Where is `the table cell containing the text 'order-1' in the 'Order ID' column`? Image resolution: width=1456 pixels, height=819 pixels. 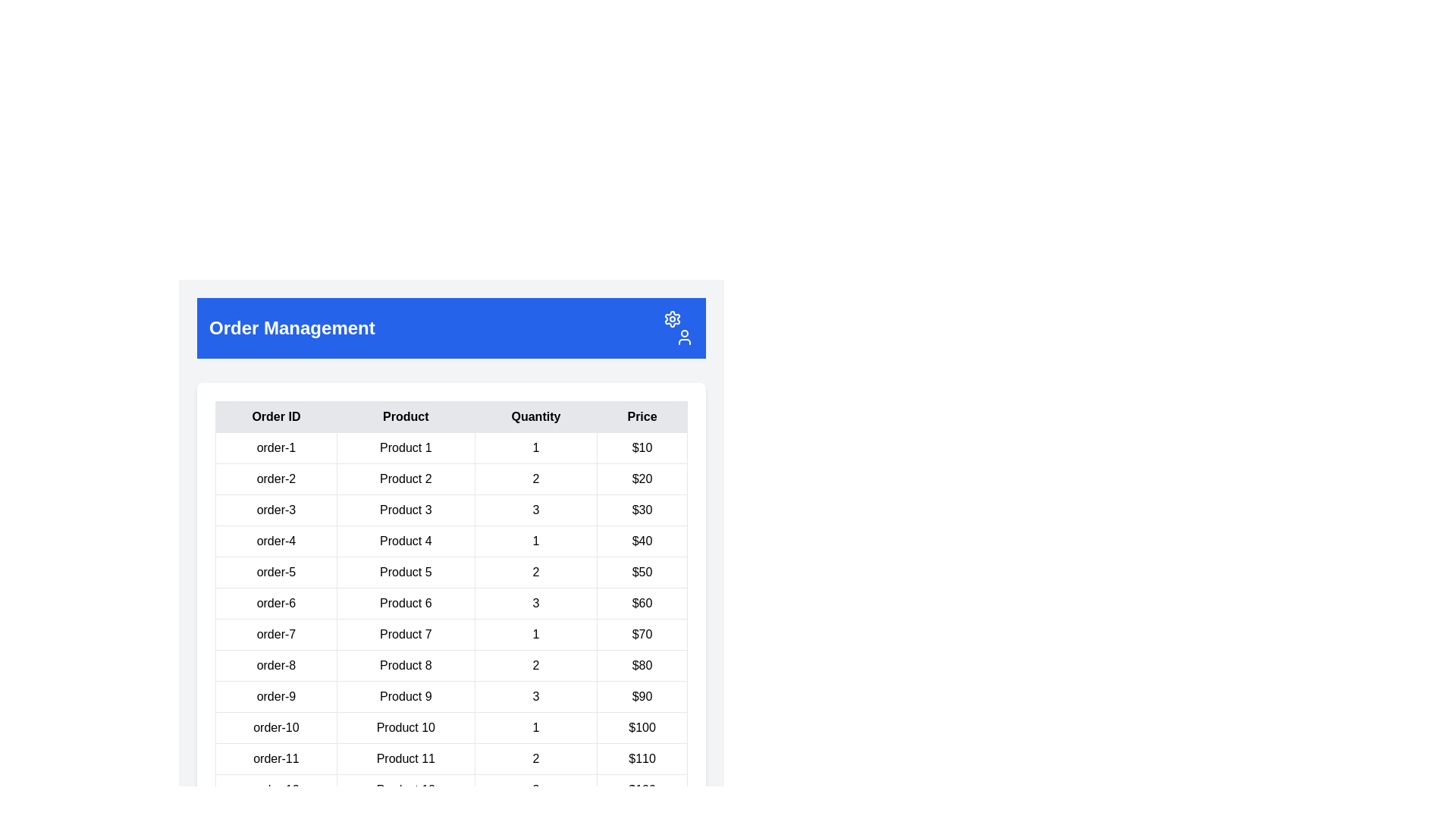
the table cell containing the text 'order-1' in the 'Order ID' column is located at coordinates (276, 447).